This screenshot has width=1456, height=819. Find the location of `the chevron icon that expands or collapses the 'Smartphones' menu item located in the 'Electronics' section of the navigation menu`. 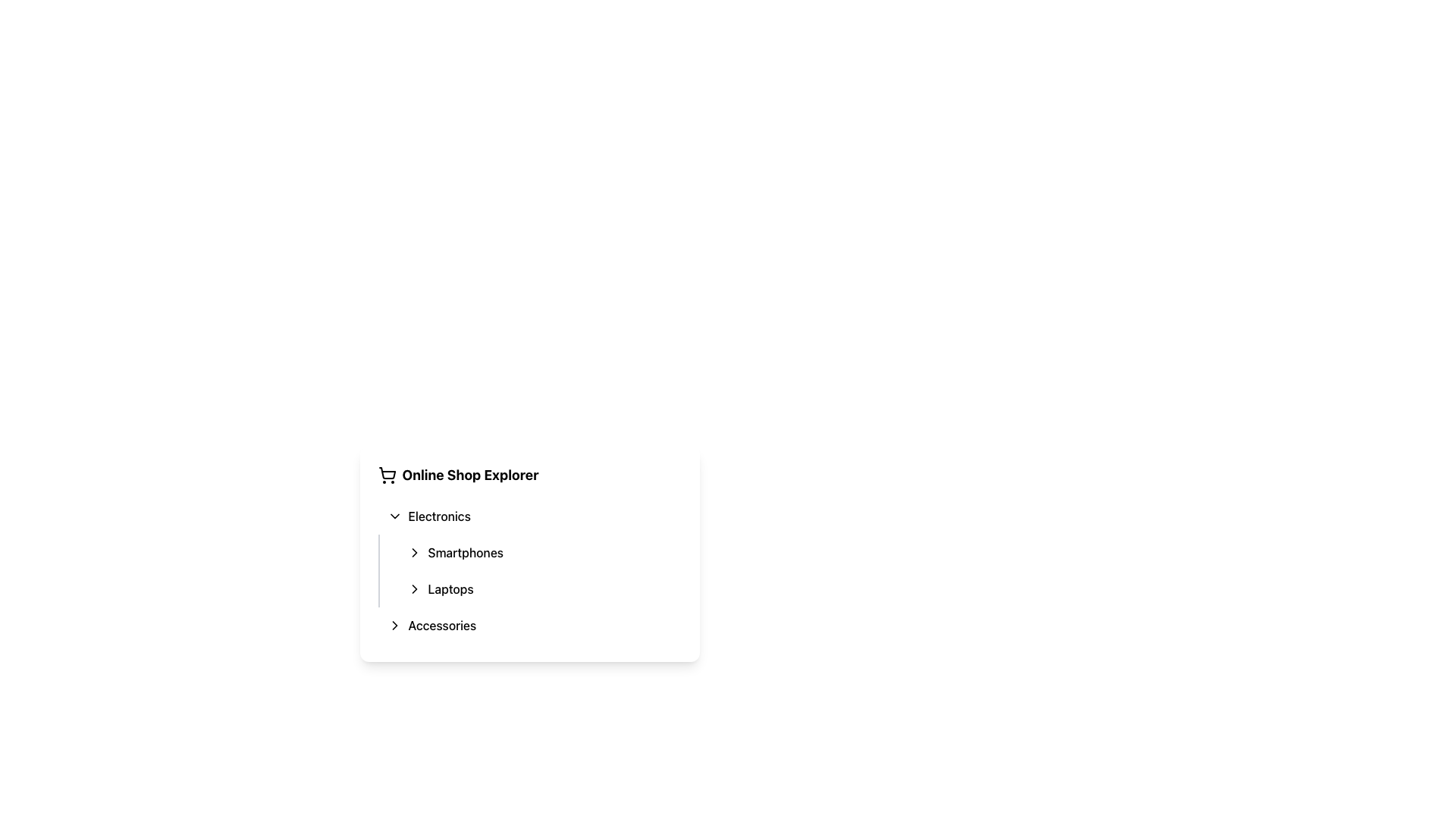

the chevron icon that expands or collapses the 'Smartphones' menu item located in the 'Electronics' section of the navigation menu is located at coordinates (414, 553).